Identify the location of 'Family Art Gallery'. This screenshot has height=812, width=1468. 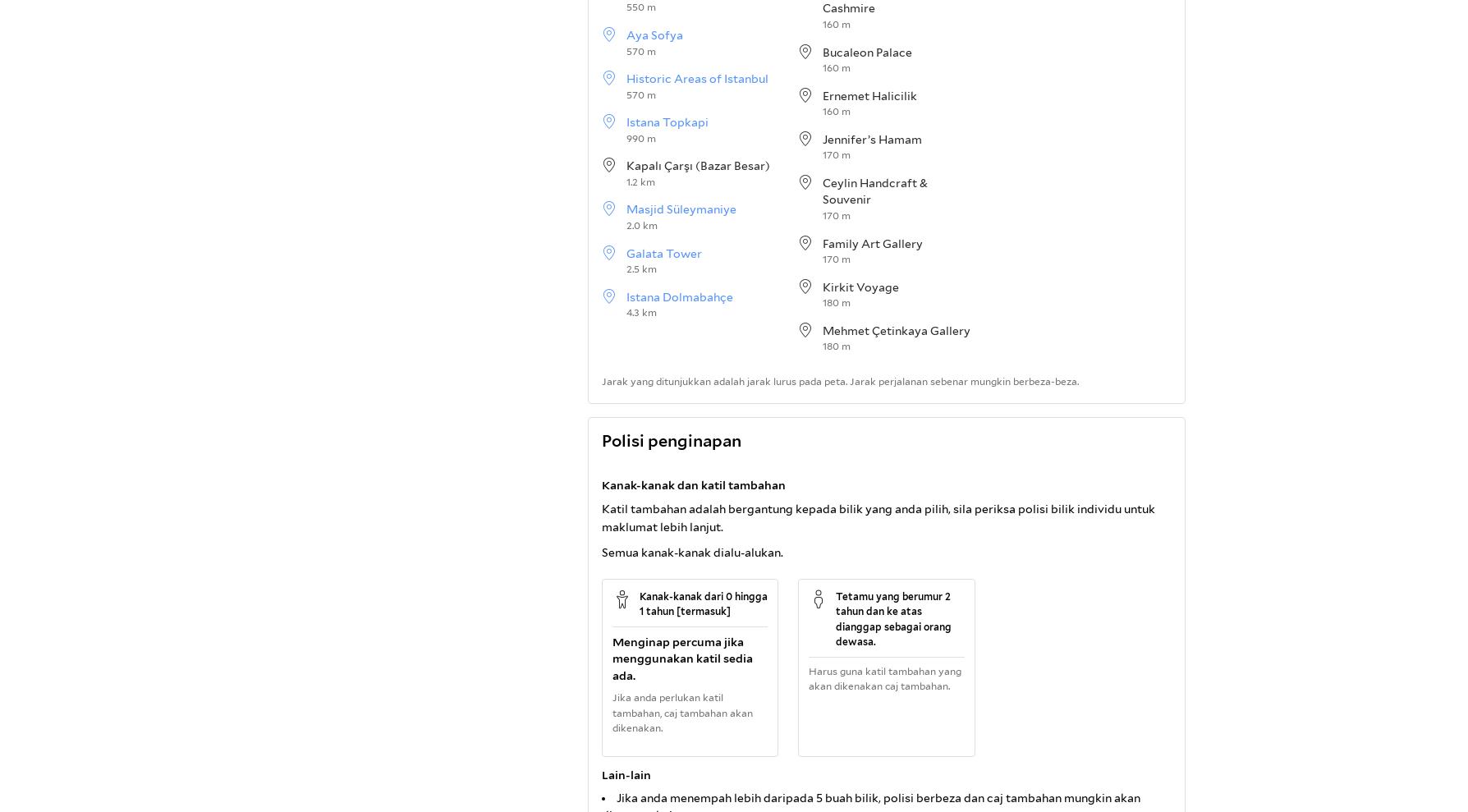
(872, 243).